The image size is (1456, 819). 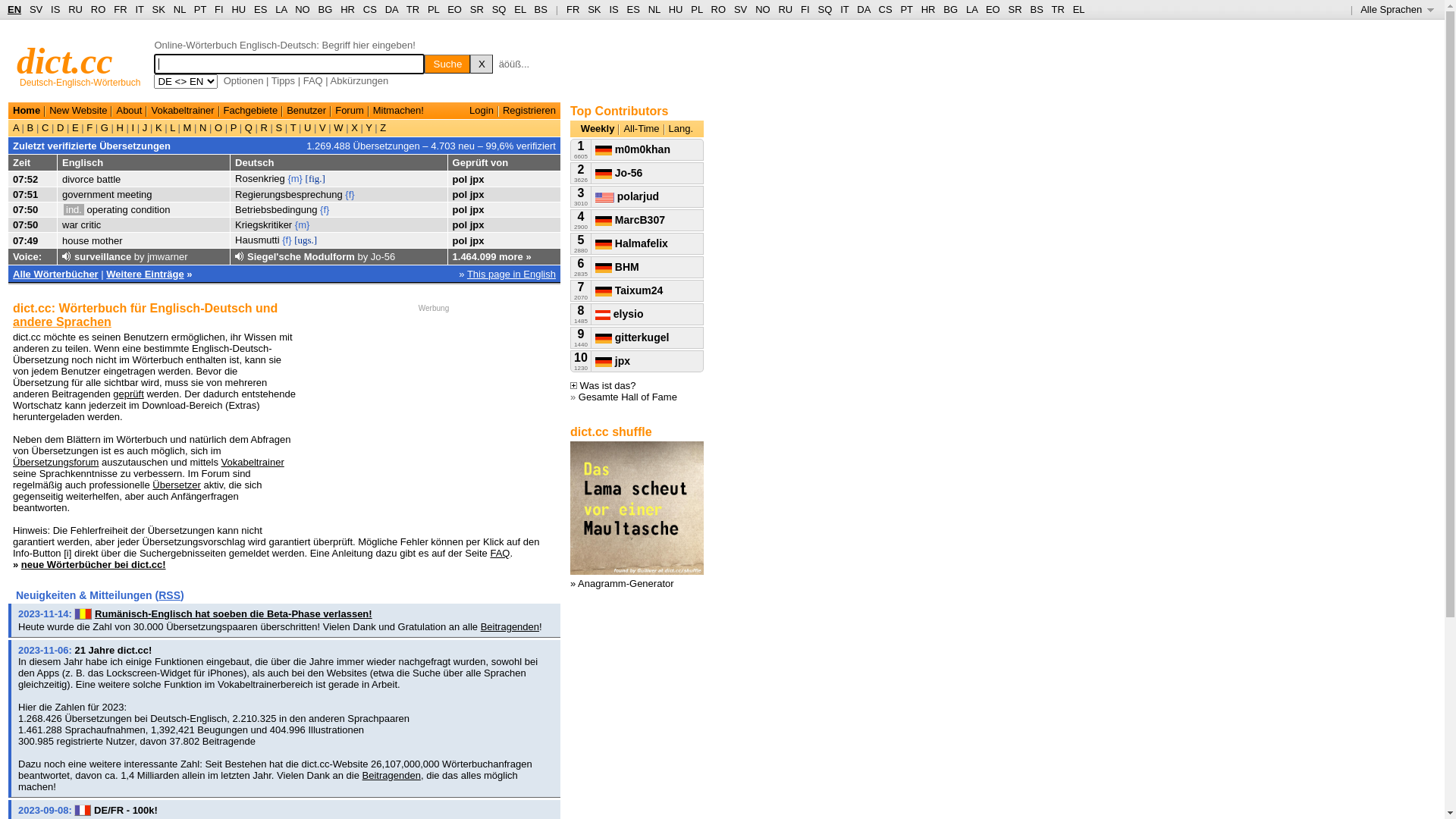 What do you see at coordinates (29, 9) in the screenshot?
I see `'SV'` at bounding box center [29, 9].